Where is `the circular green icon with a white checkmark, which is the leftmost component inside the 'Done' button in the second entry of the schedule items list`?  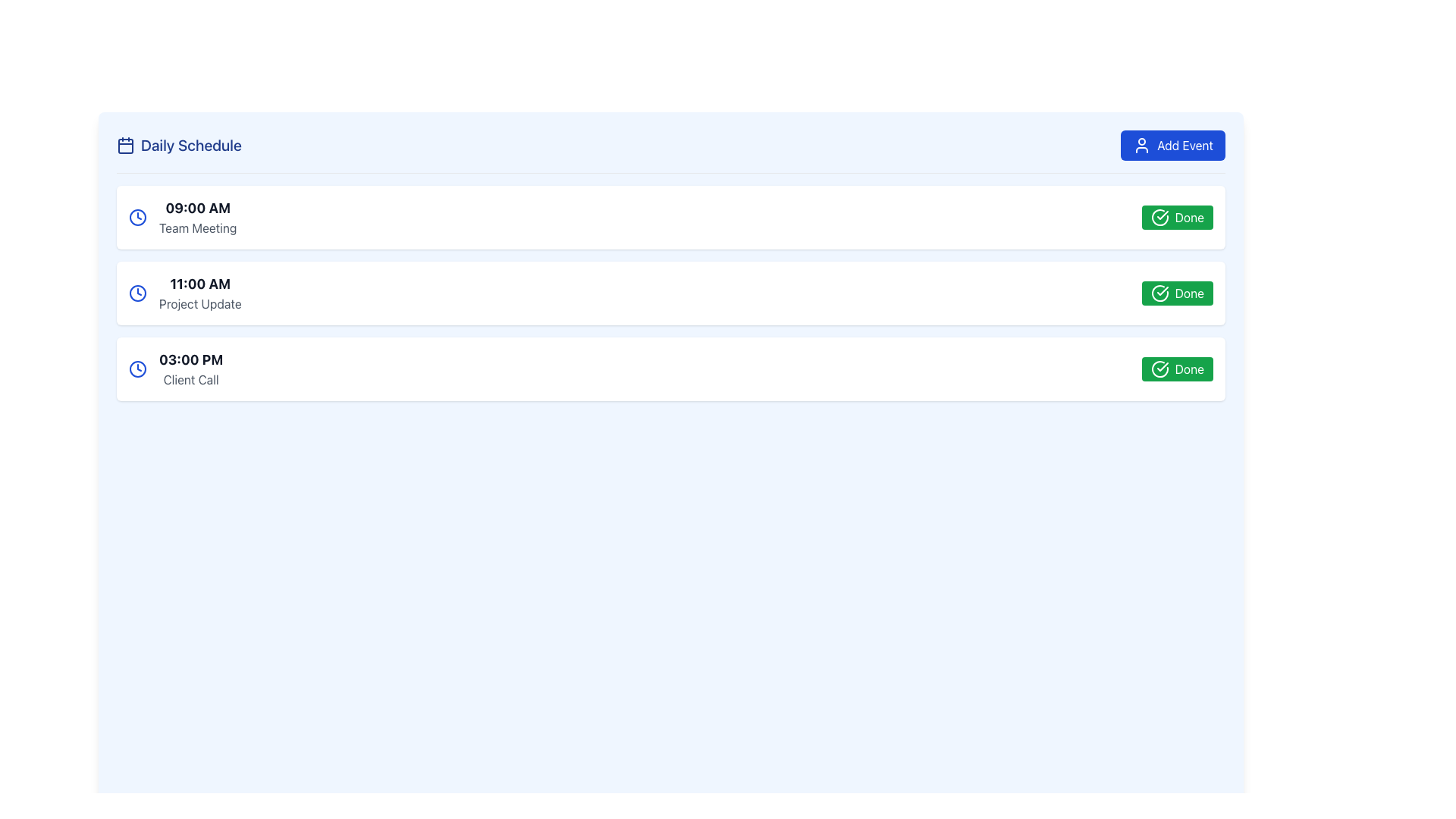
the circular green icon with a white checkmark, which is the leftmost component inside the 'Done' button in the second entry of the schedule items list is located at coordinates (1159, 217).